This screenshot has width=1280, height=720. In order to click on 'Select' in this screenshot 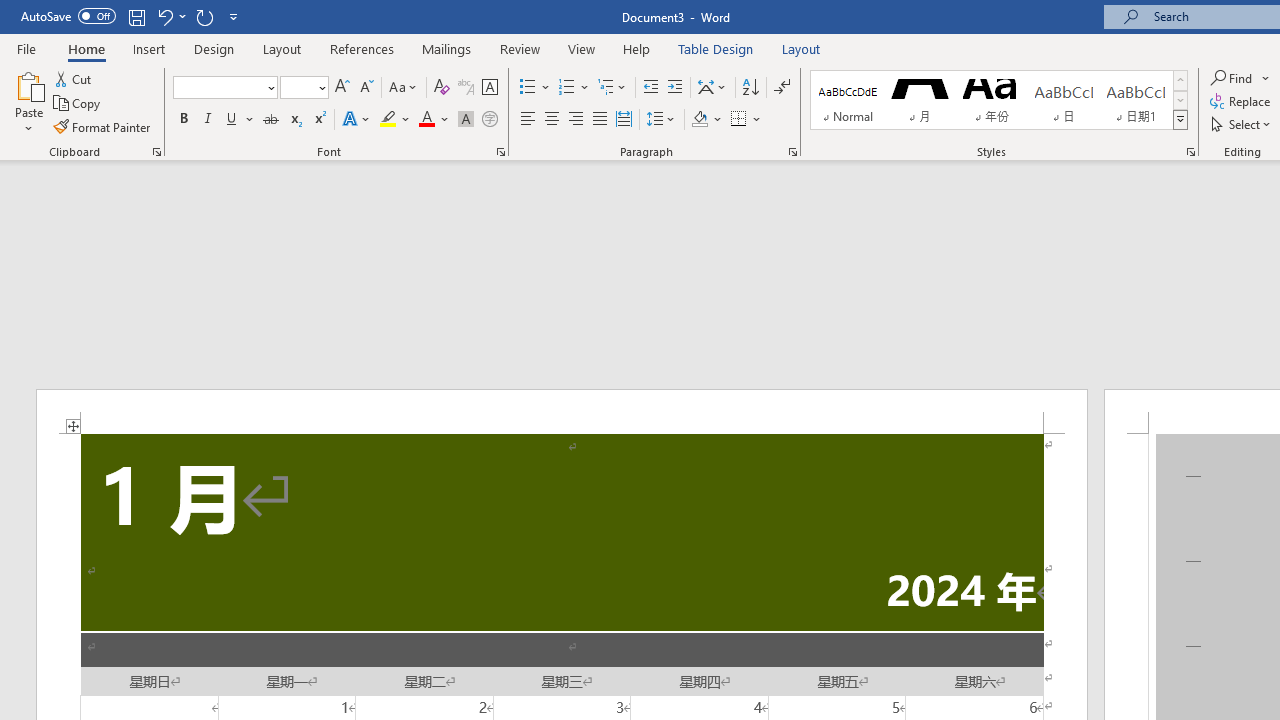, I will do `click(1241, 124)`.